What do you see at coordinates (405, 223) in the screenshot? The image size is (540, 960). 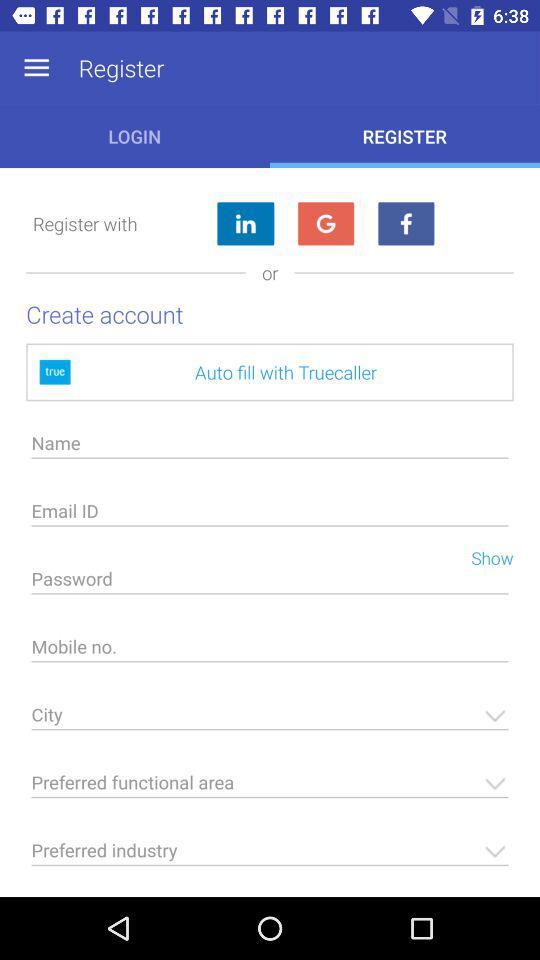 I see `the button next to g` at bounding box center [405, 223].